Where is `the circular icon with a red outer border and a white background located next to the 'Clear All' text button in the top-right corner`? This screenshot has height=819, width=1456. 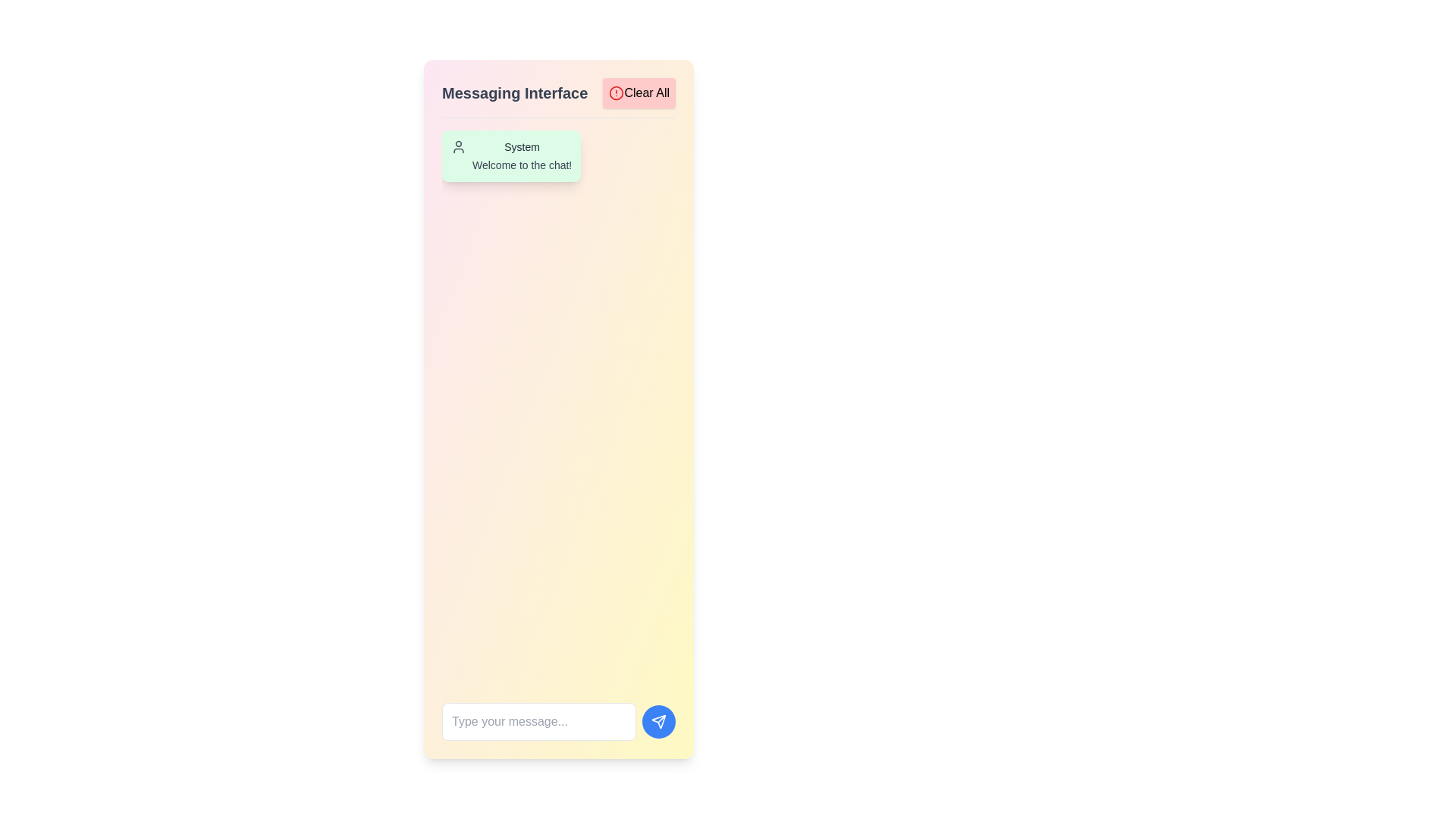
the circular icon with a red outer border and a white background located next to the 'Clear All' text button in the top-right corner is located at coordinates (617, 93).